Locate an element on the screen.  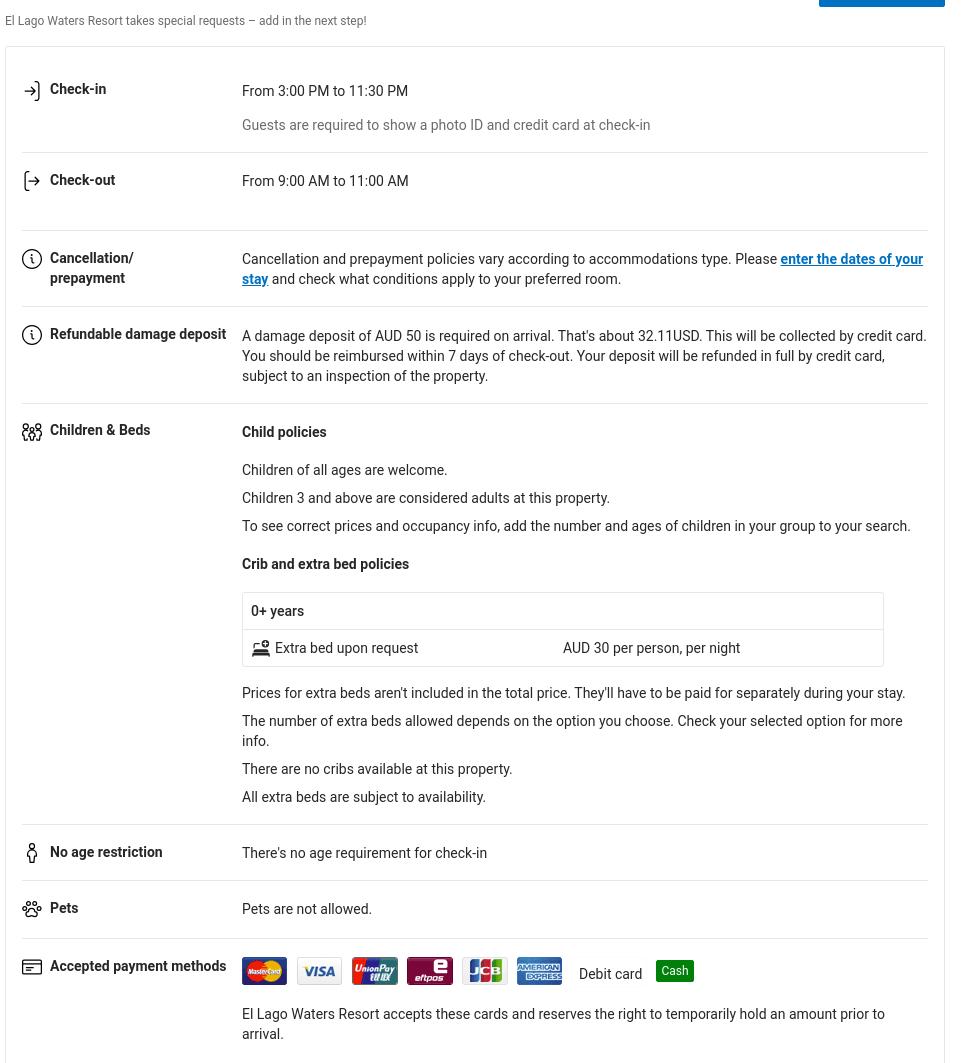
'Extra bed upon request' is located at coordinates (346, 646).